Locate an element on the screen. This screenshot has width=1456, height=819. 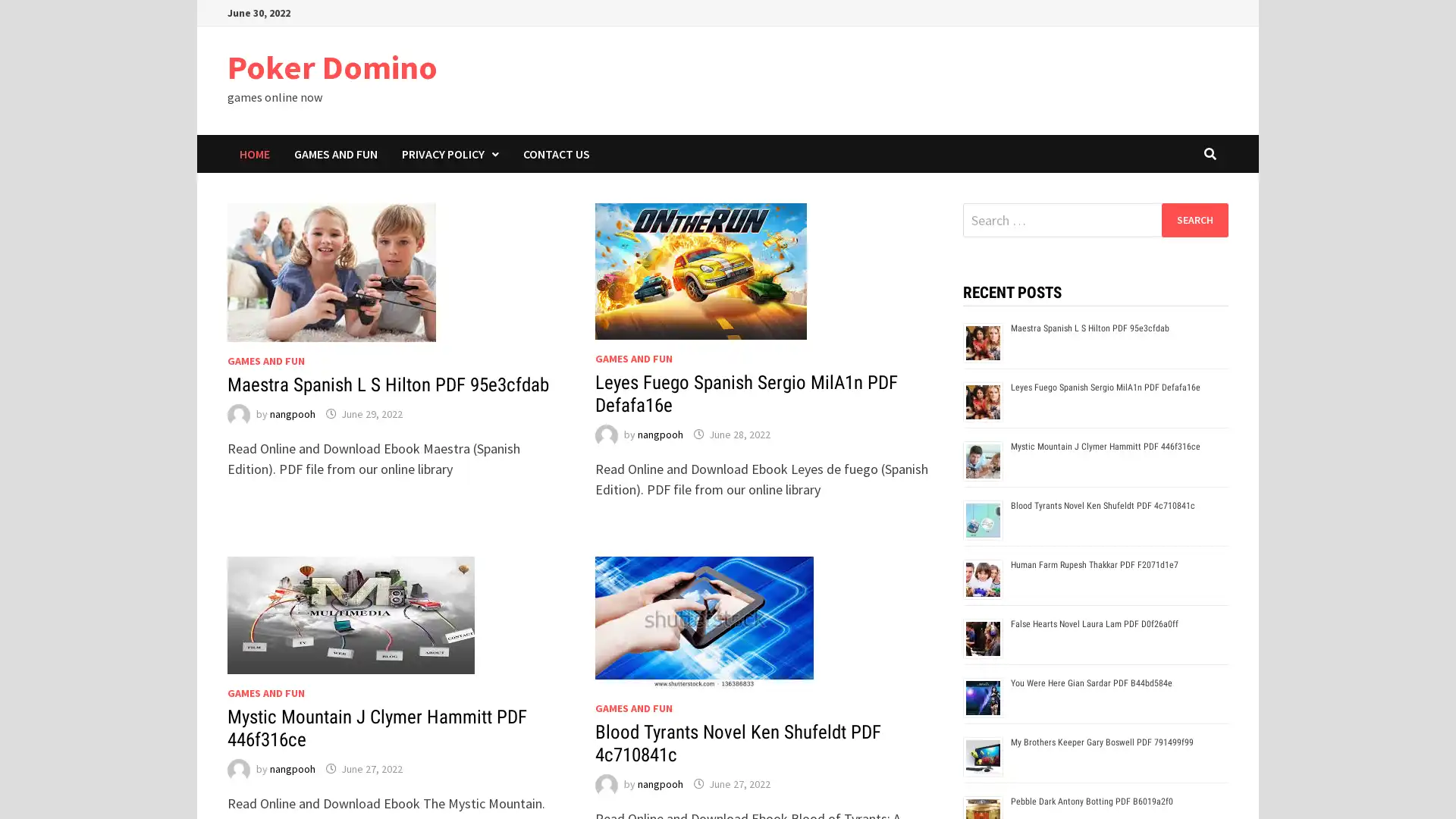
Search is located at coordinates (1194, 219).